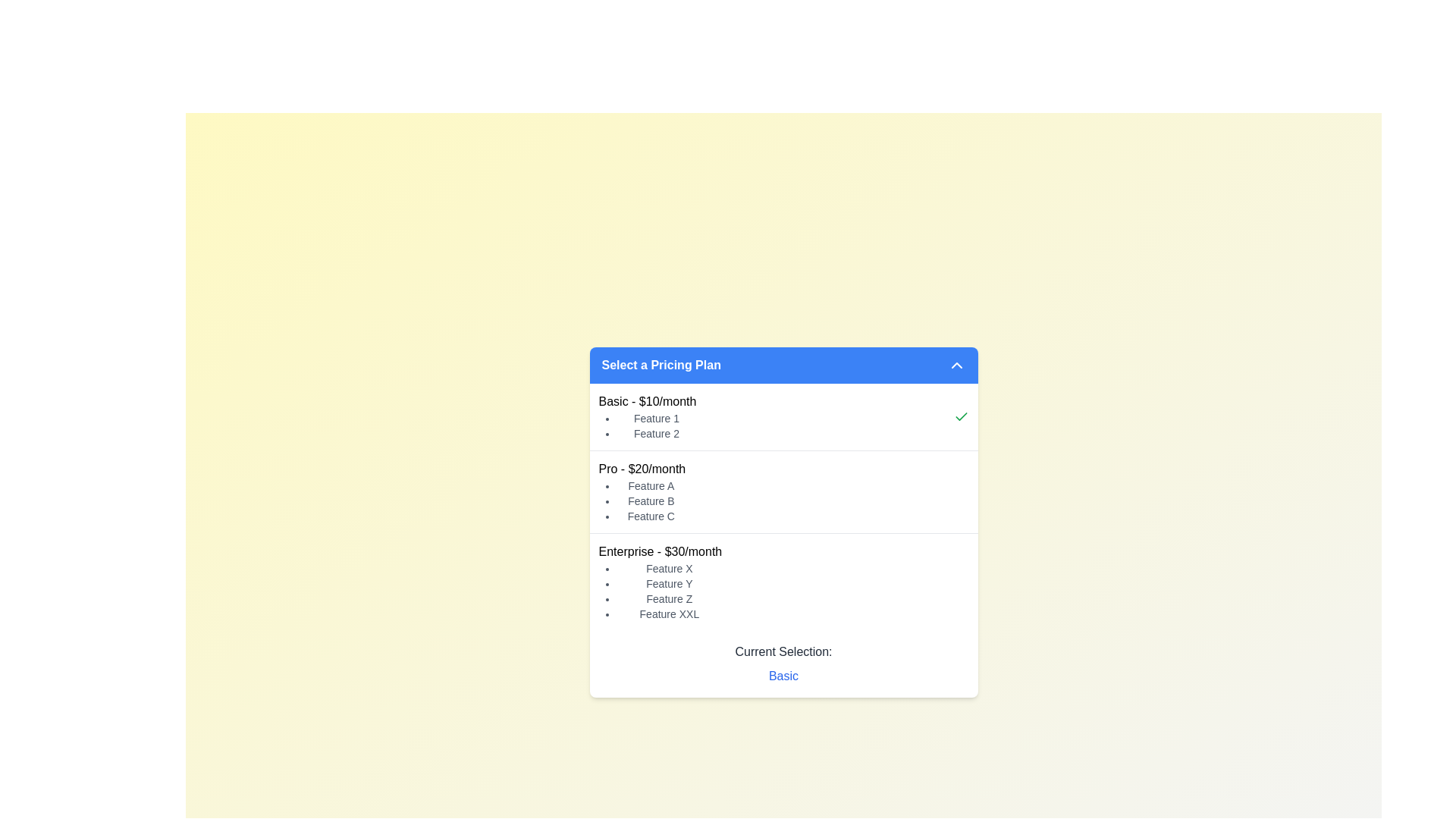  I want to click on the list item displaying 'Feature C' under the 'Pro - $20/month' pricing section, which is the third item in the bullet-point list, so click(651, 516).